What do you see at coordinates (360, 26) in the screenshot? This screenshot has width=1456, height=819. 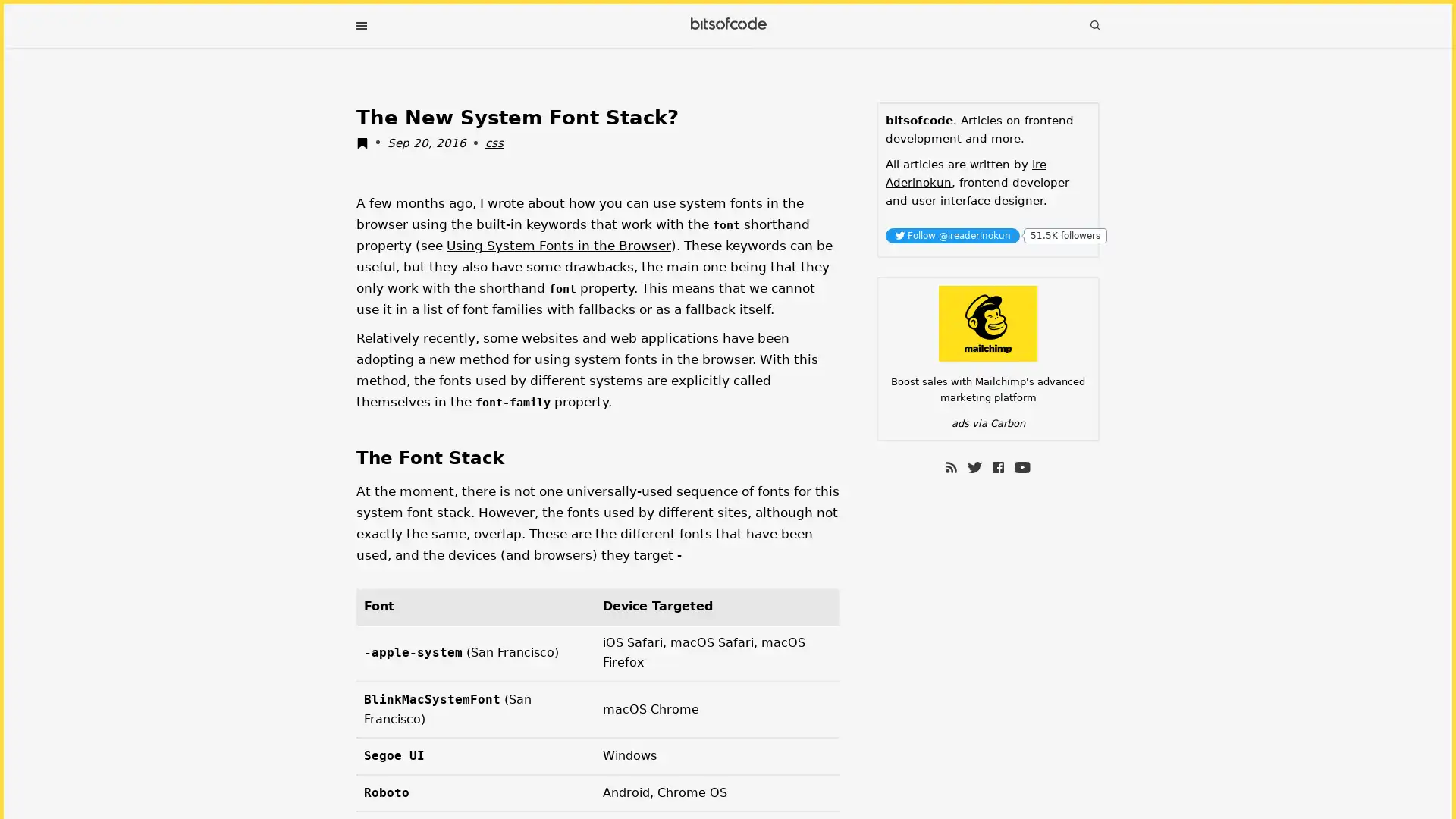 I see `Open Site Navigation` at bounding box center [360, 26].